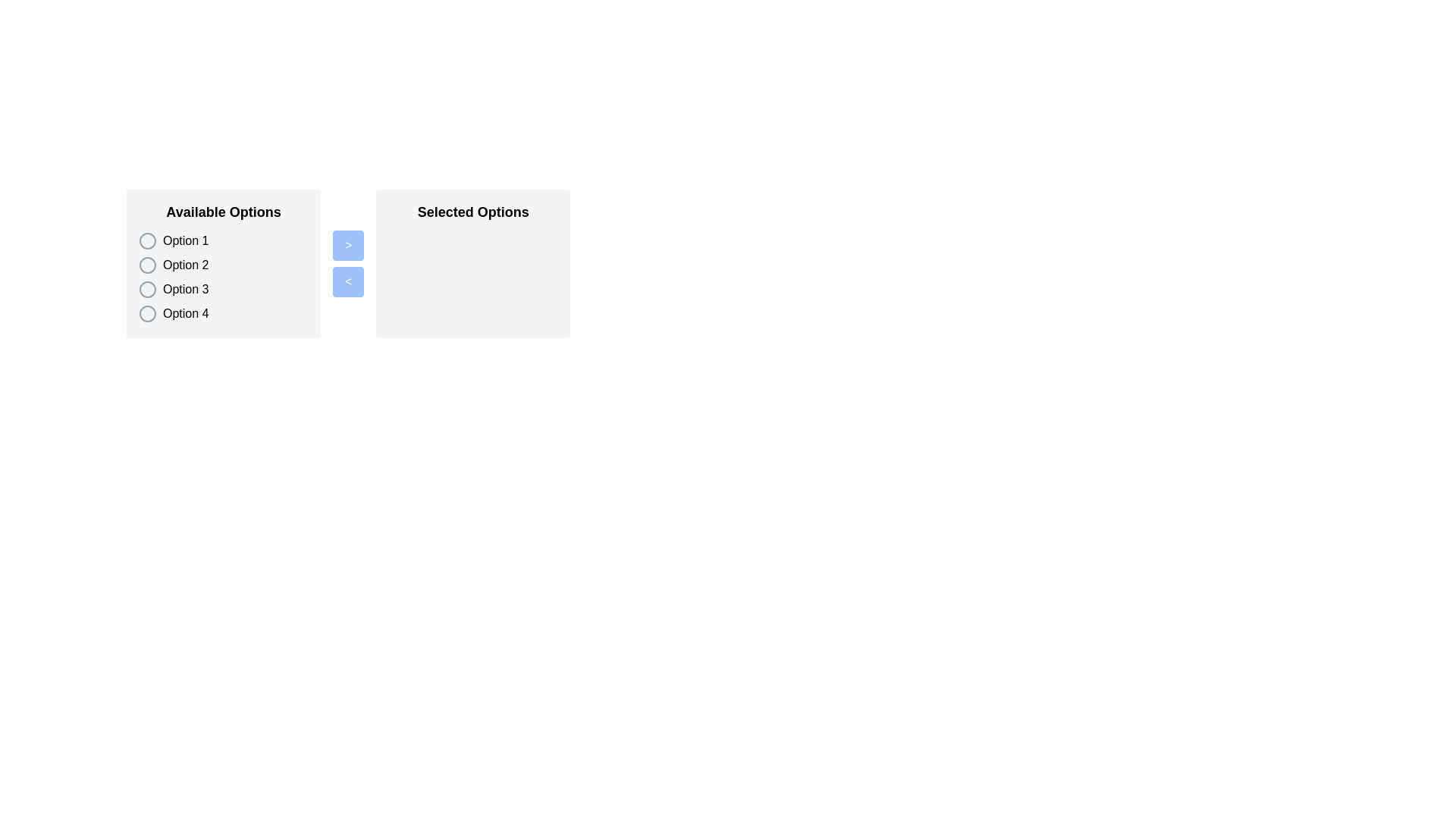 This screenshot has height=819, width=1456. What do you see at coordinates (222, 265) in the screenshot?
I see `the radio button labeled 'Option 2' in the vertical list of selectable items` at bounding box center [222, 265].